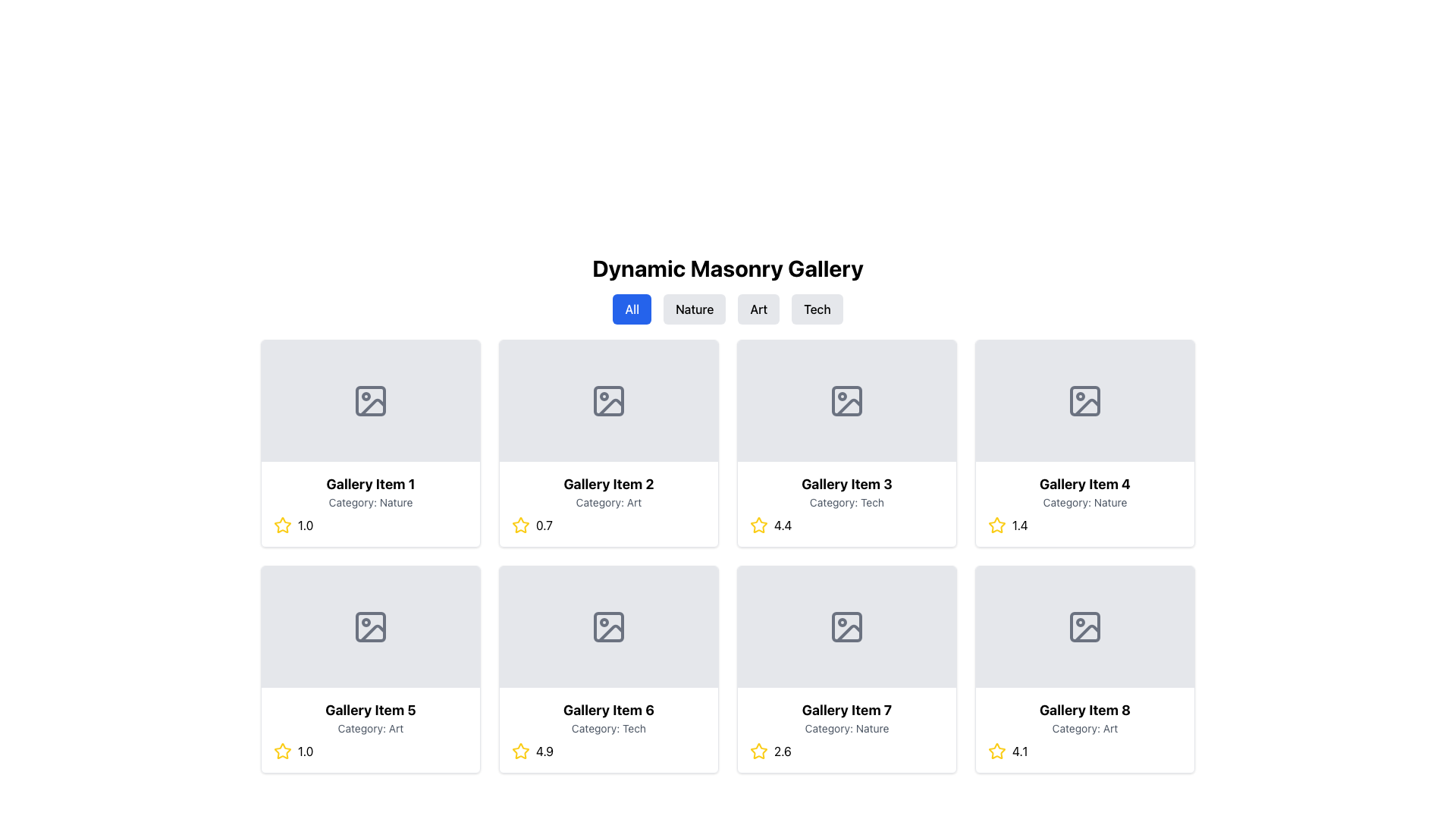 Image resolution: width=1456 pixels, height=819 pixels. What do you see at coordinates (608, 400) in the screenshot?
I see `the decorative graphic element with rounded corners located in the top-left quadrant of the image placeholder icon within 'Gallery Item 2'` at bounding box center [608, 400].